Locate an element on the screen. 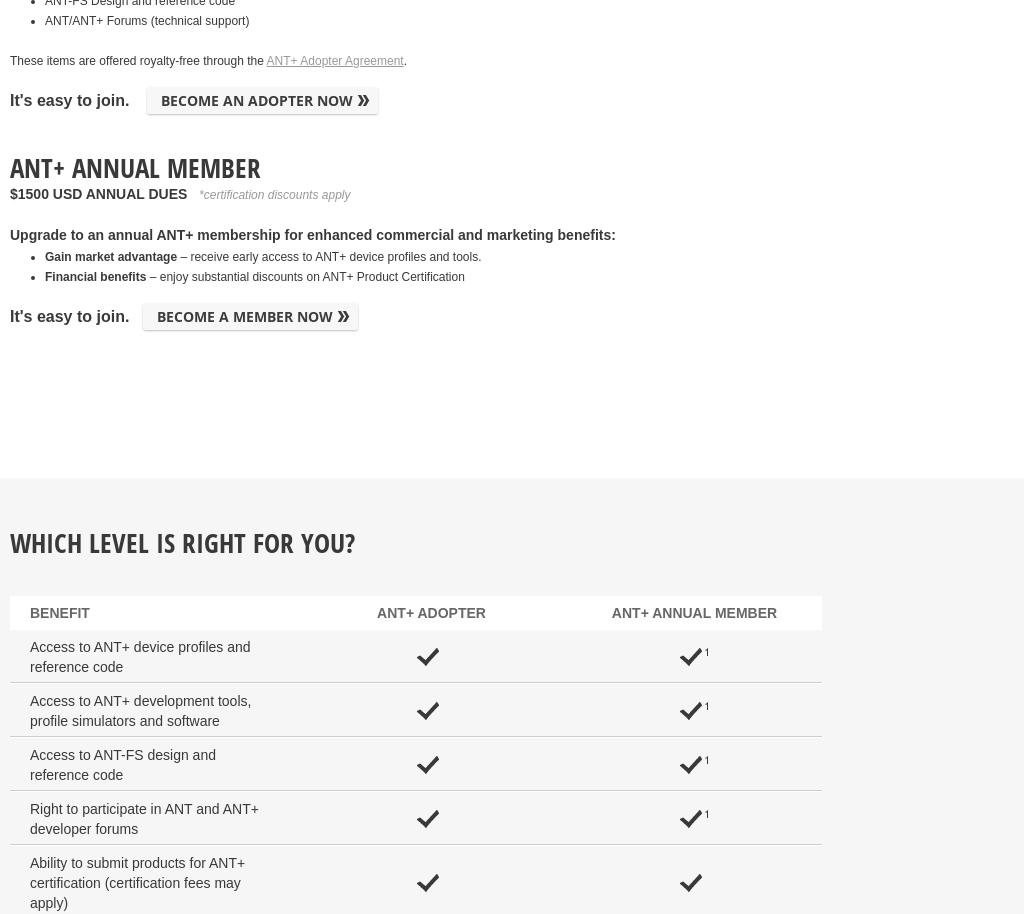 This screenshot has height=914, width=1024. 'Financial benefits' is located at coordinates (43, 277).